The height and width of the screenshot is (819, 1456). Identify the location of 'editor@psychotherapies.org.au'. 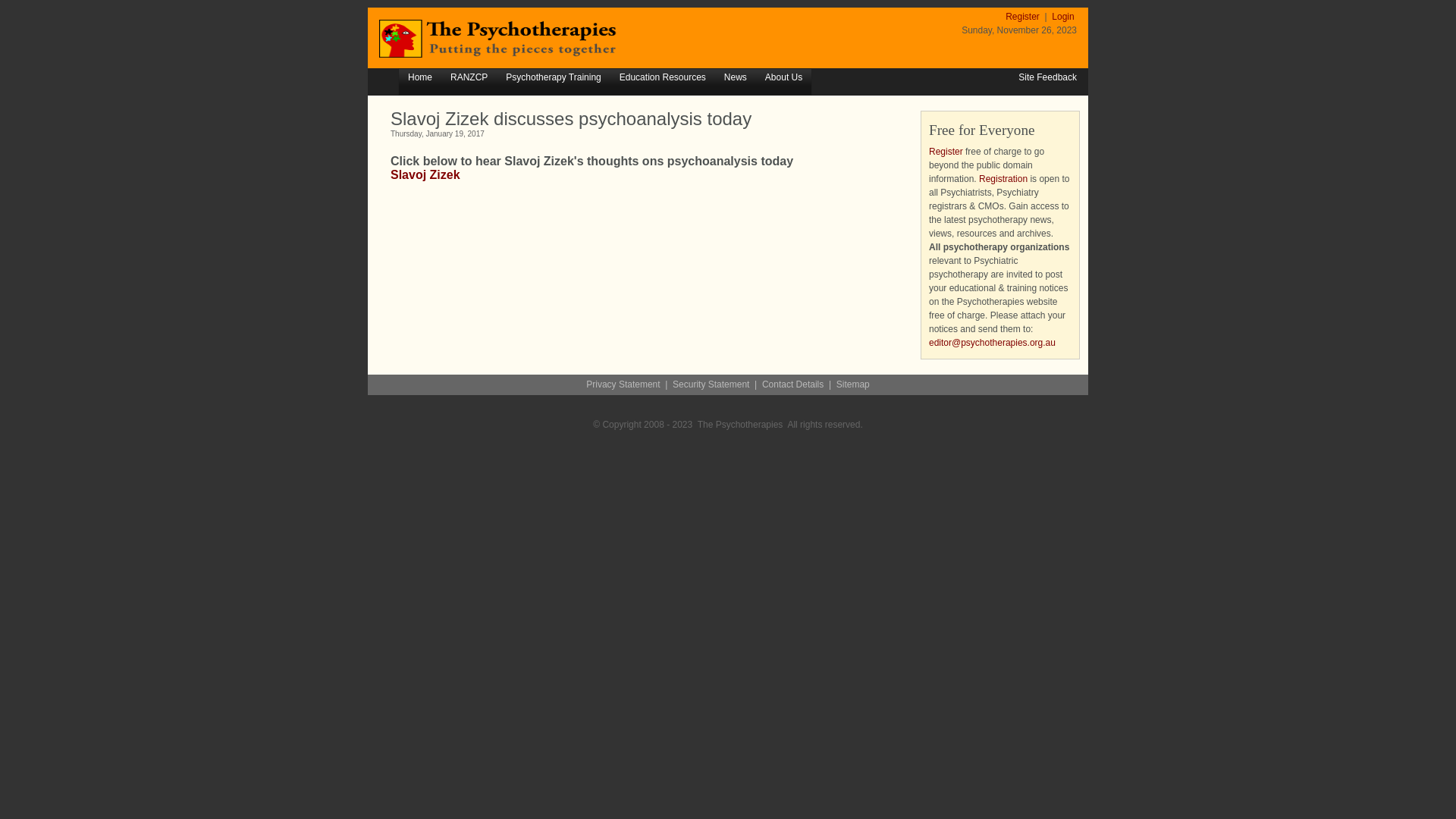
(992, 342).